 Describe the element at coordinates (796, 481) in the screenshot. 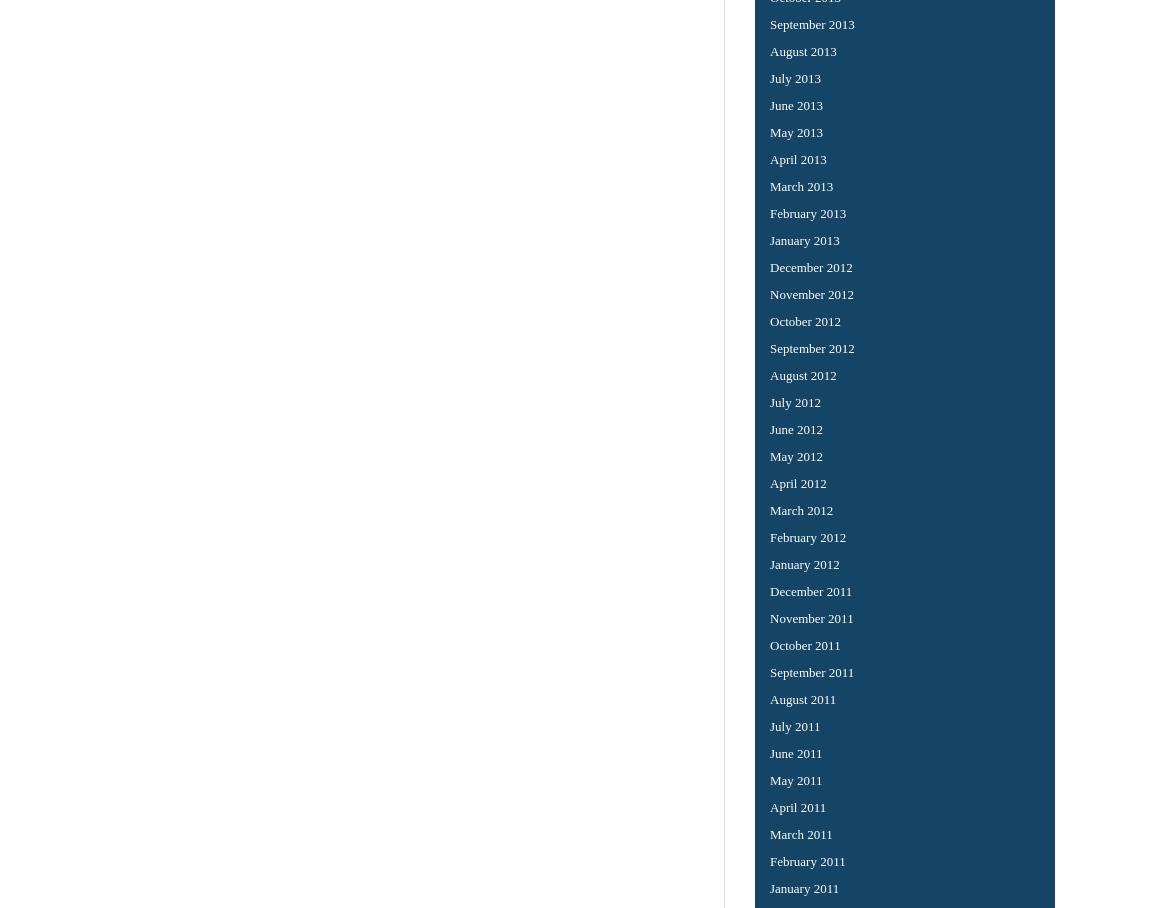

I see `'April 2012'` at that location.